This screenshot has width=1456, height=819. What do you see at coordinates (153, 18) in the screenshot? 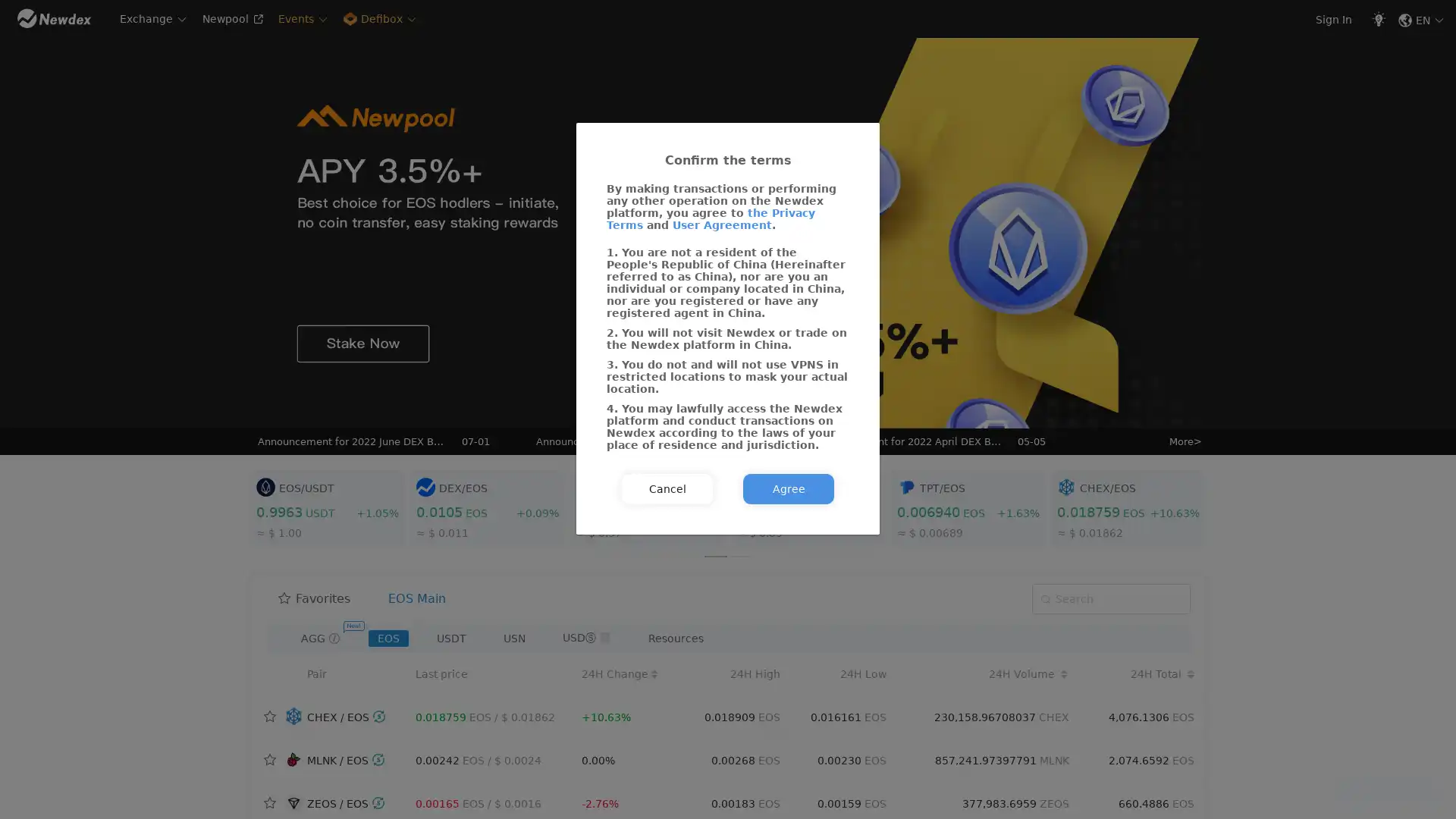
I see `Exchange` at bounding box center [153, 18].